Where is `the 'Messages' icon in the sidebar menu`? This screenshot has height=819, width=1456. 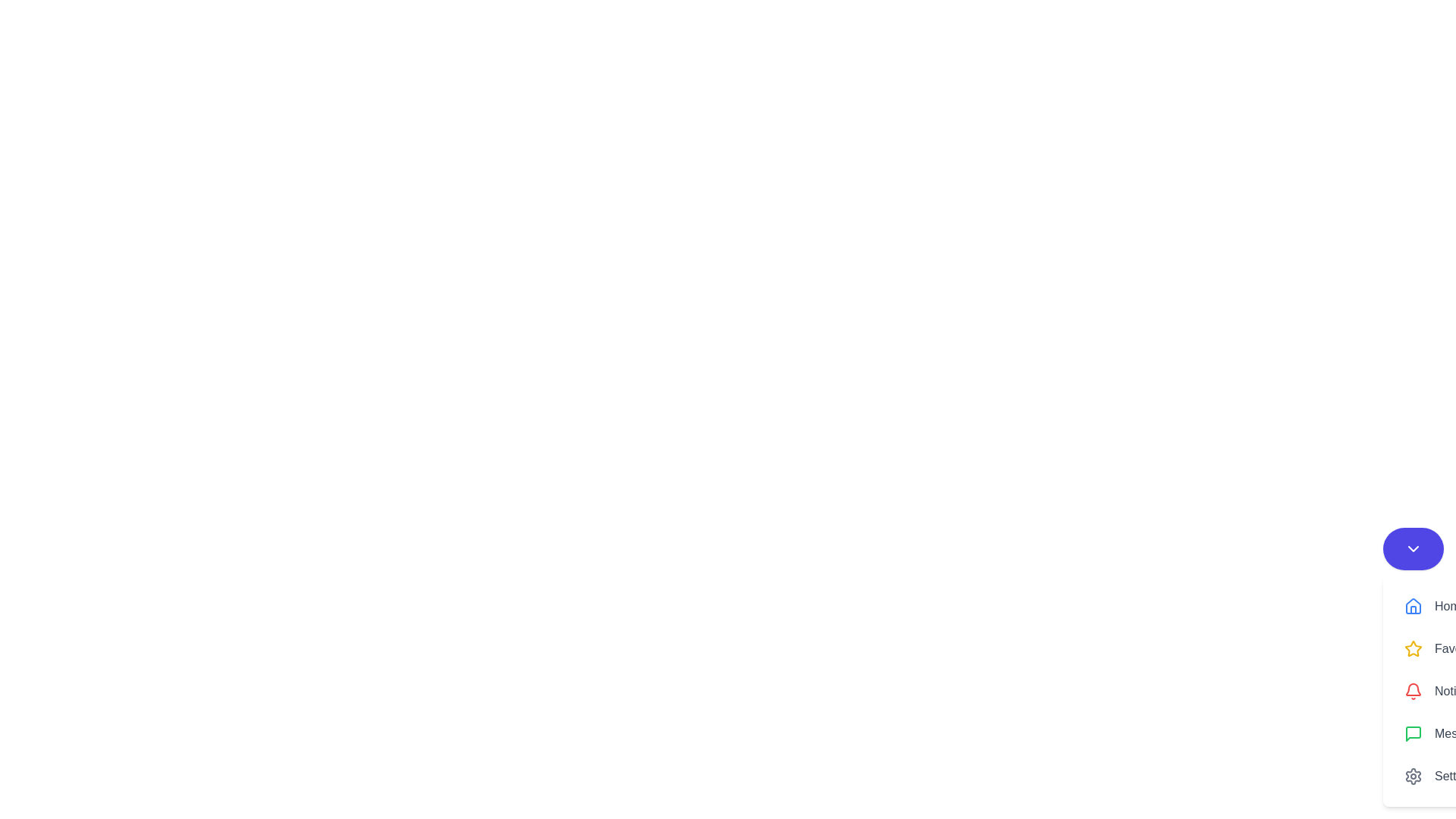
the 'Messages' icon in the sidebar menu is located at coordinates (1412, 733).